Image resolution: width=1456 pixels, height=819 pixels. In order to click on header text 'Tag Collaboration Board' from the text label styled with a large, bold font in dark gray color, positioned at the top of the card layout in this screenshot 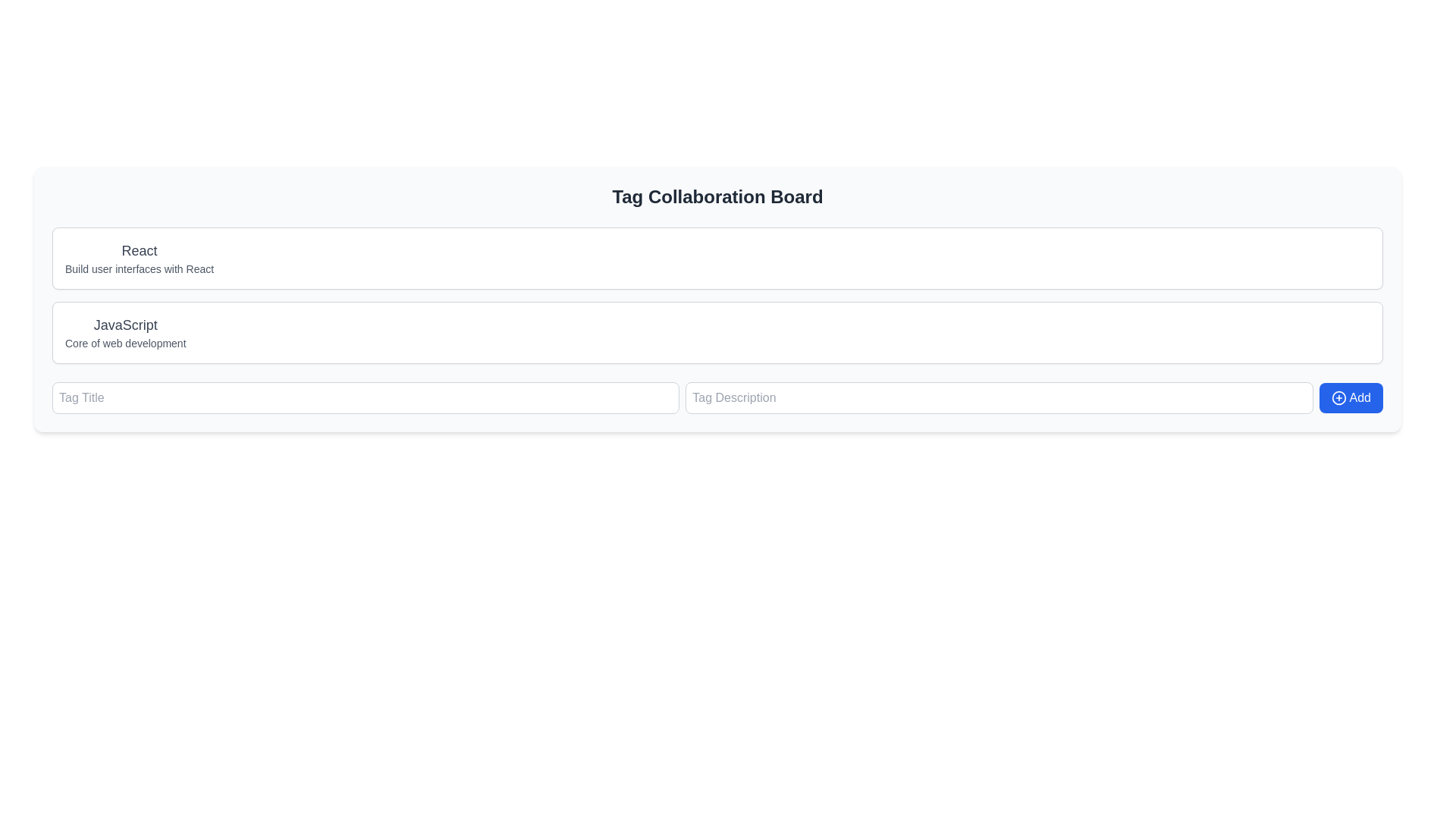, I will do `click(717, 196)`.